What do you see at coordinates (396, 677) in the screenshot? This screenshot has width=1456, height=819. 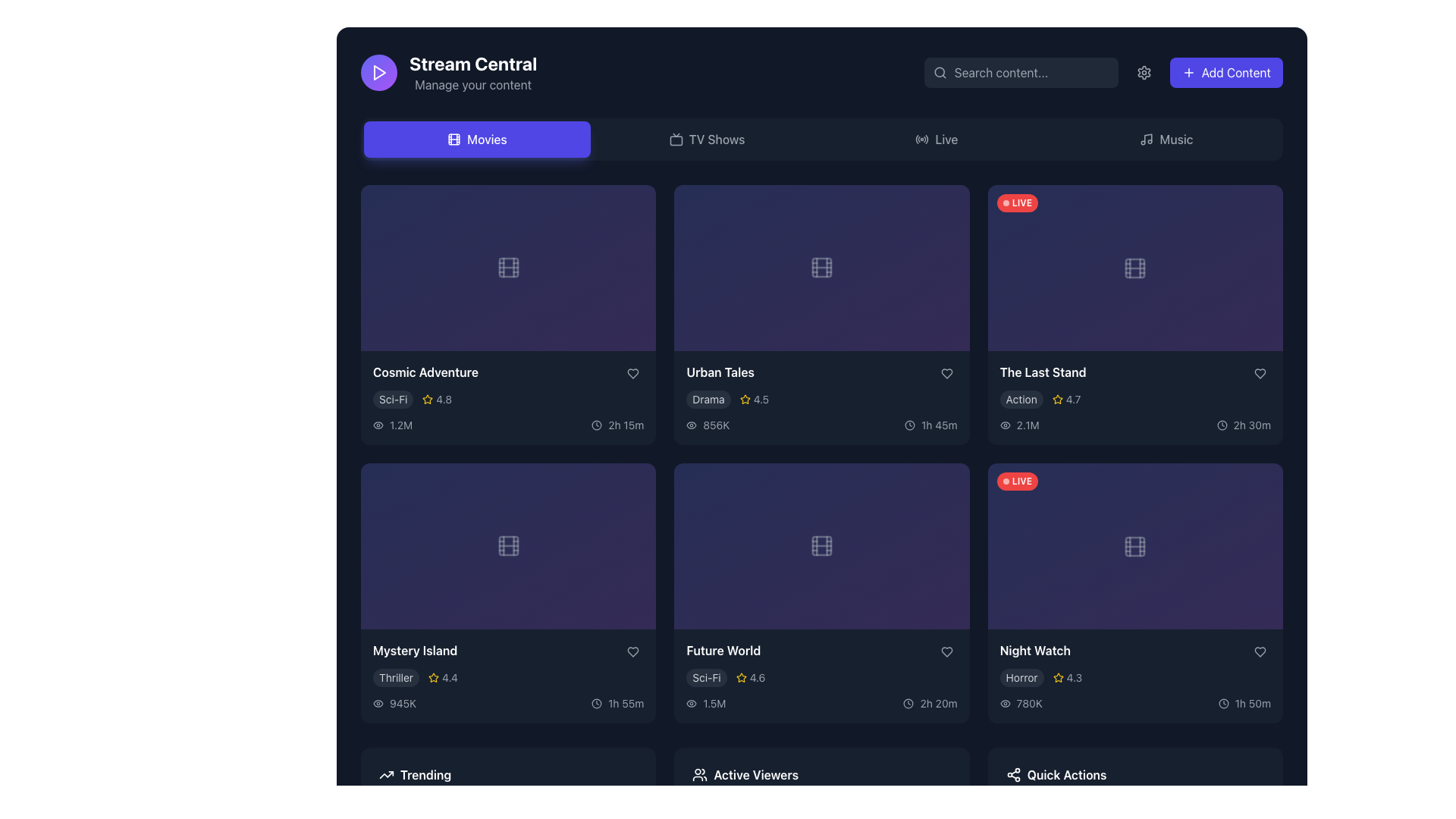 I see `the genre label indicating the movie 'Mystery Island' located in the 'Movies' section, positioned under the movie card and to the left of the star rating` at bounding box center [396, 677].